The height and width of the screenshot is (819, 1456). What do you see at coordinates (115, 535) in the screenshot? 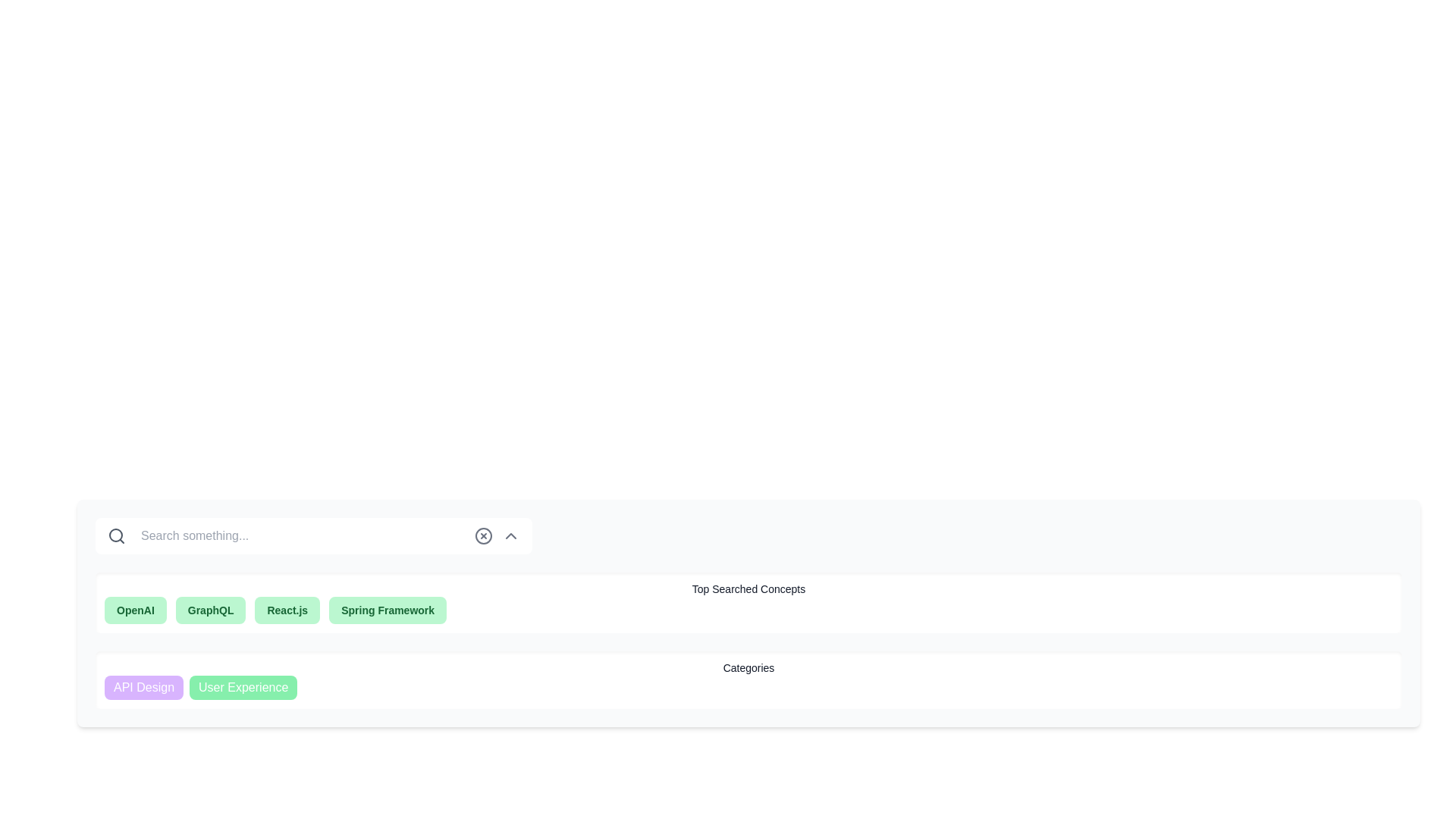
I see `the search icon located at the far left of the central search bar to initiate the search functionality` at bounding box center [115, 535].